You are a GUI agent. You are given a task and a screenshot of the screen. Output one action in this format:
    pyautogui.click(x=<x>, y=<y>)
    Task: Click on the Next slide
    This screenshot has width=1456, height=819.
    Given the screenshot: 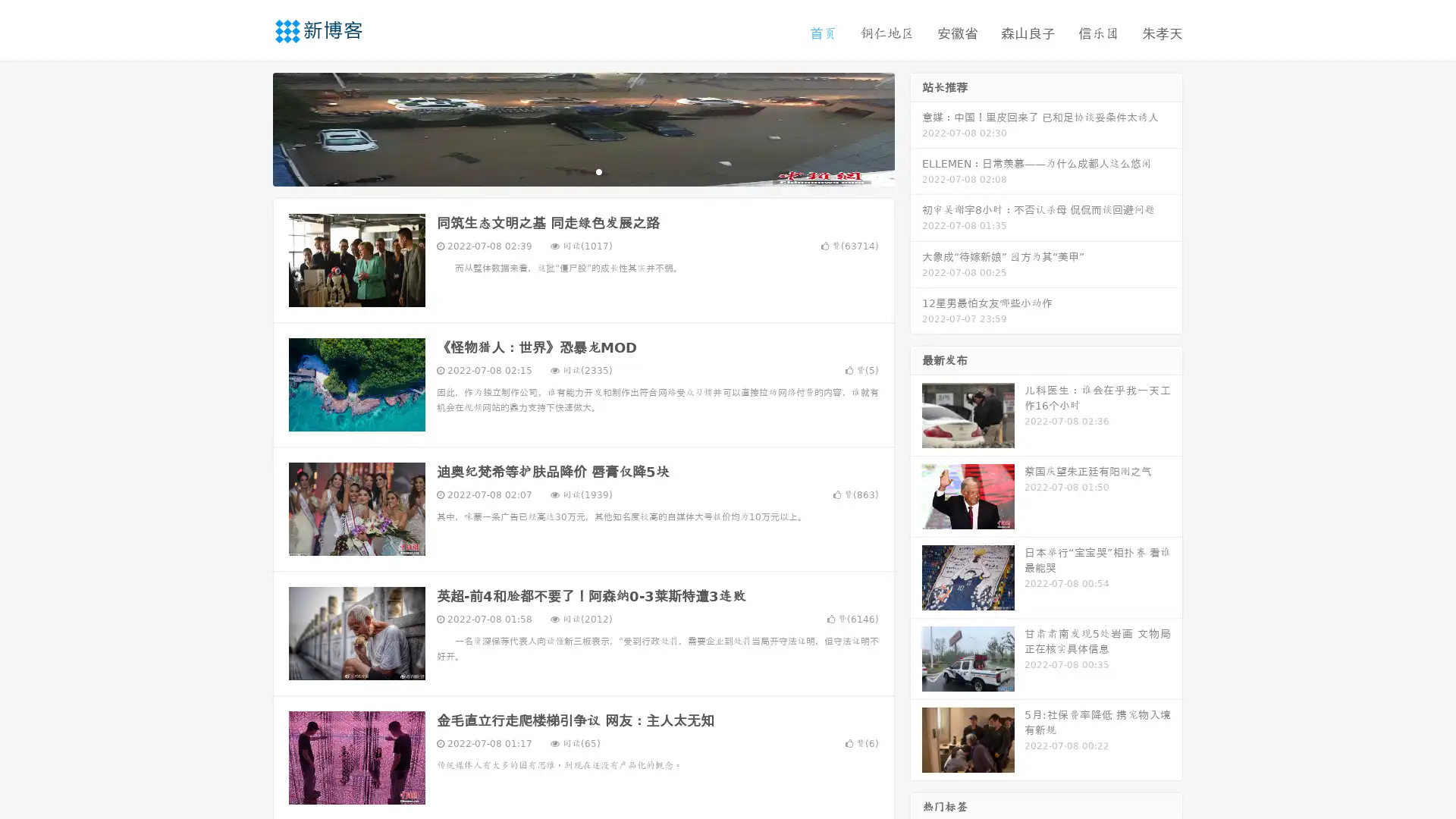 What is the action you would take?
    pyautogui.click(x=916, y=127)
    